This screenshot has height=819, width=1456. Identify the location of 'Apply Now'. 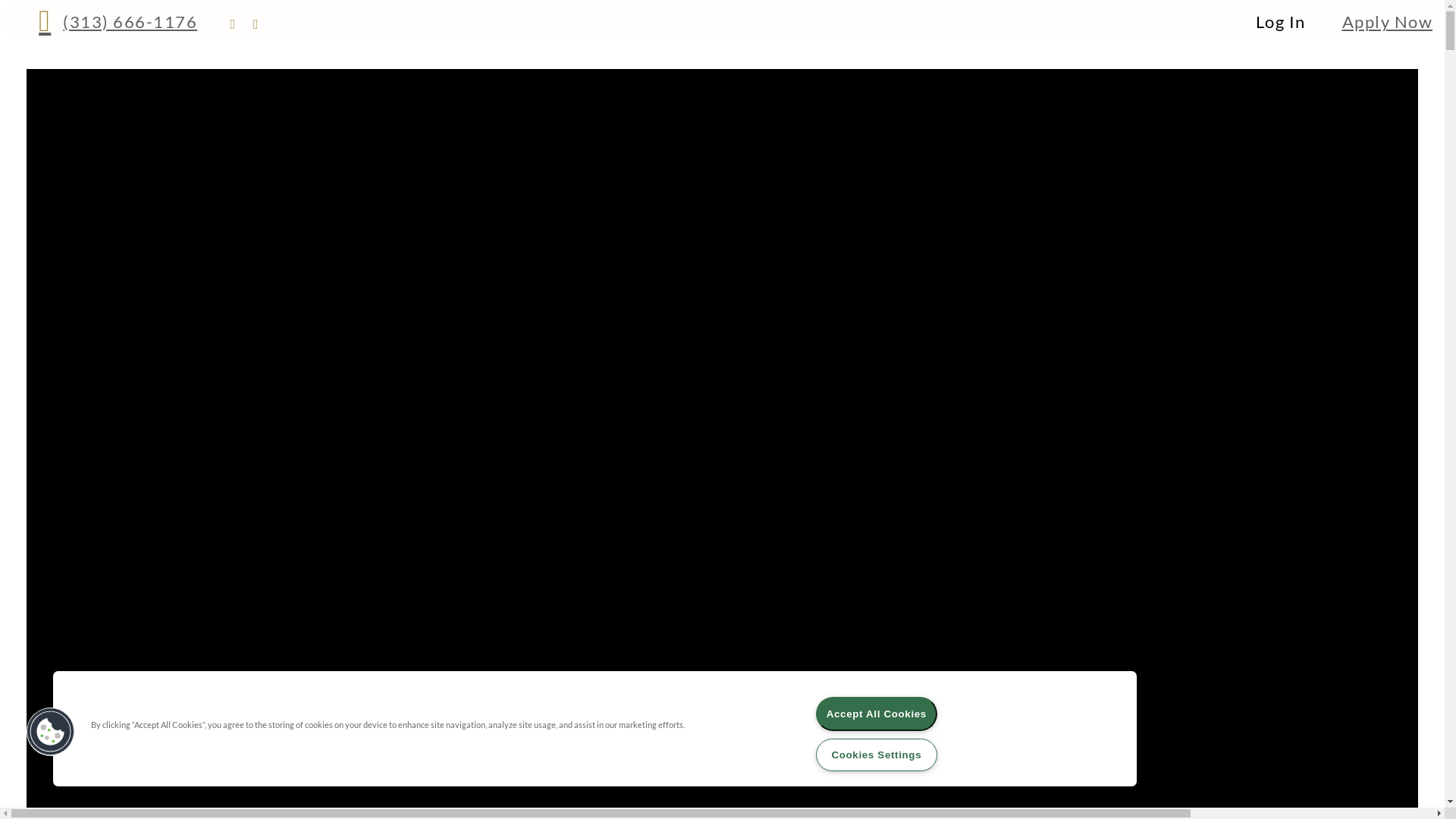
(1387, 20).